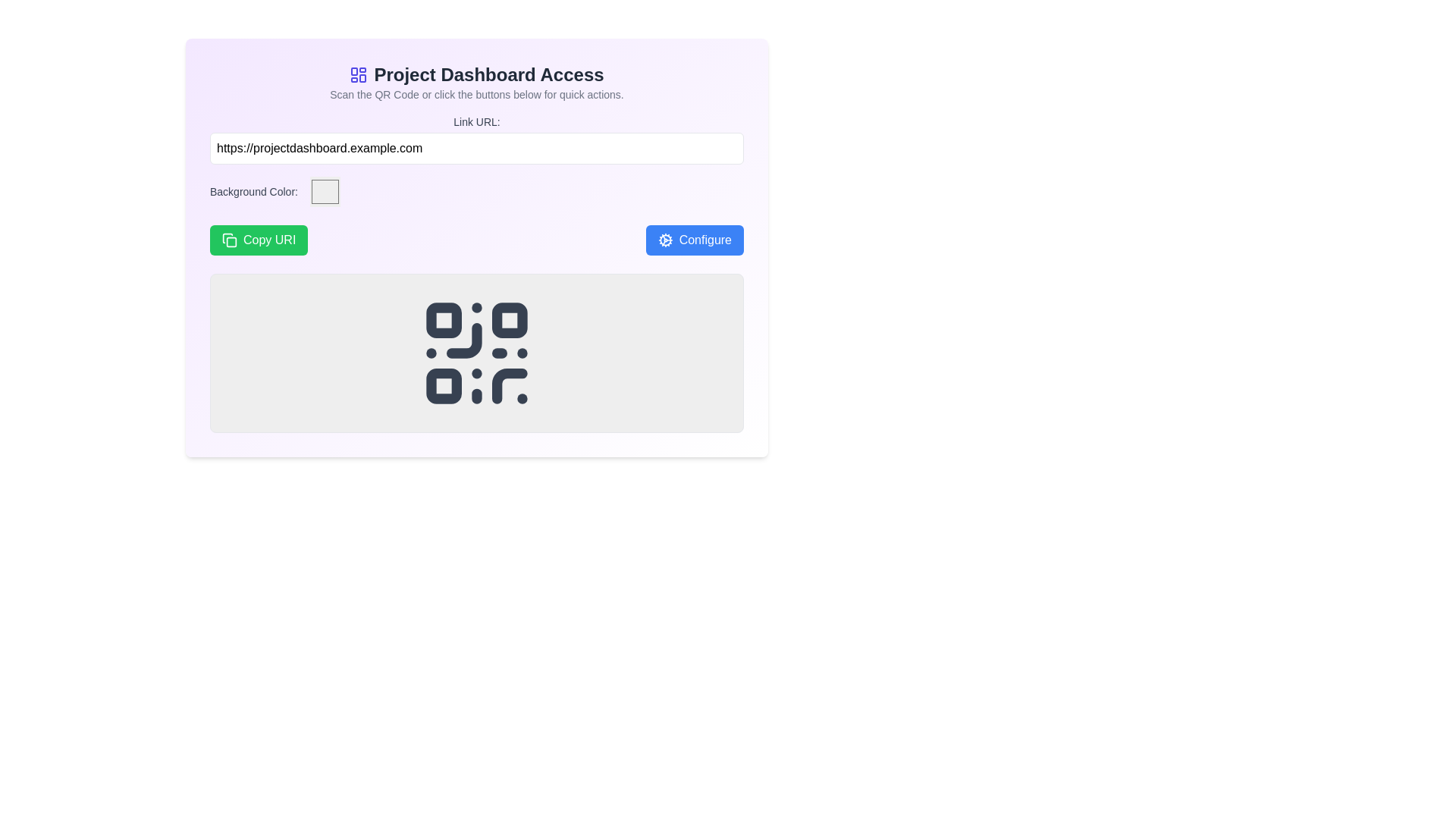 Image resolution: width=1456 pixels, height=819 pixels. Describe the element at coordinates (259, 239) in the screenshot. I see `the 'Copy URI' button located on the left-most side of the horizontal section to copy the specific URI to the clipboard` at that location.